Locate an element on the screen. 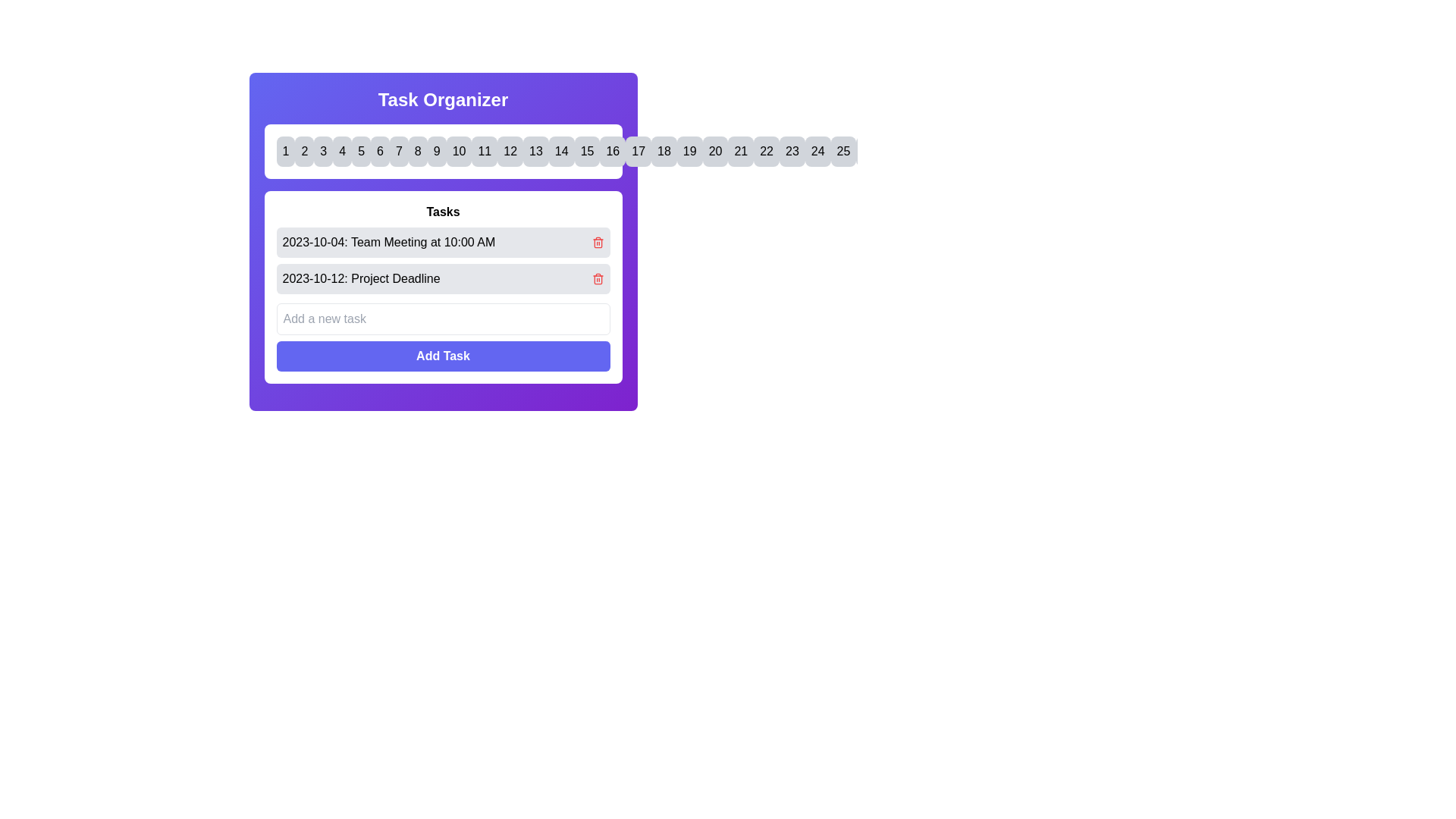 This screenshot has height=819, width=1456. the button labeled '8' located at the top-center region of the interface is located at coordinates (418, 152).